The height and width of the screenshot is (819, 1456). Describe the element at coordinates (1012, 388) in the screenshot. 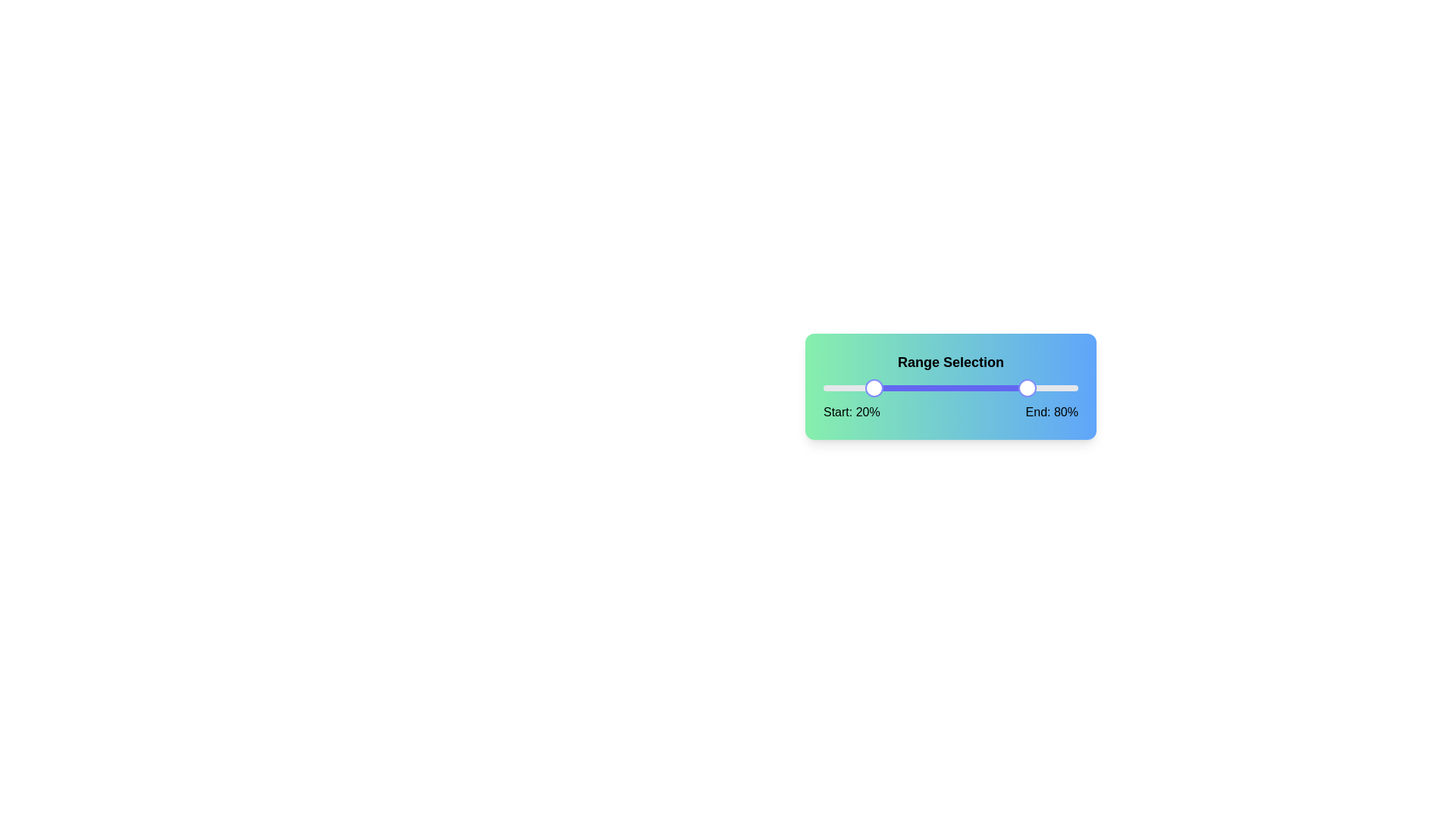

I see `the end value of the range slider` at that location.